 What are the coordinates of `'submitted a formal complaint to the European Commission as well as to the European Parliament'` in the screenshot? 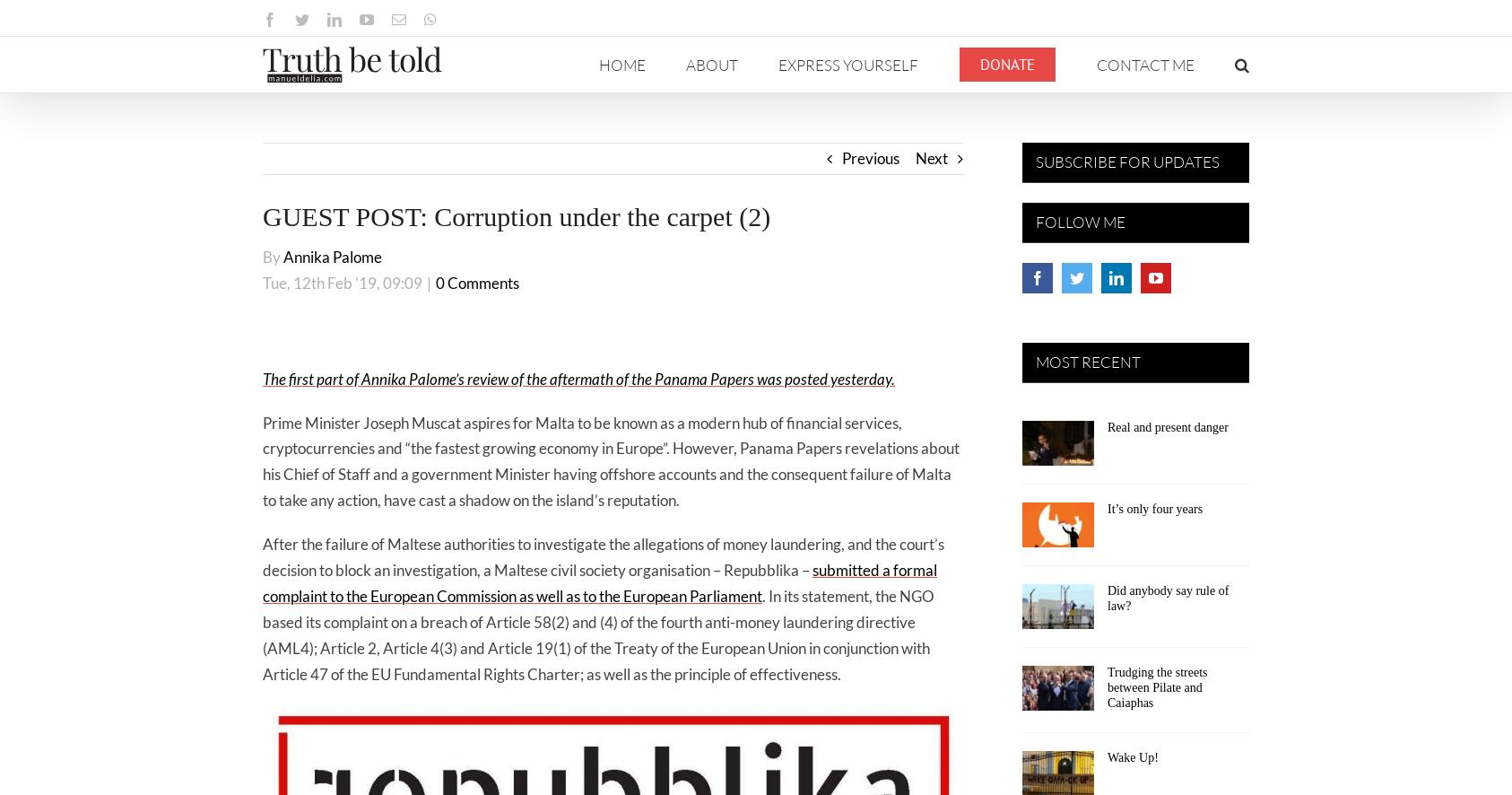 It's located at (262, 582).